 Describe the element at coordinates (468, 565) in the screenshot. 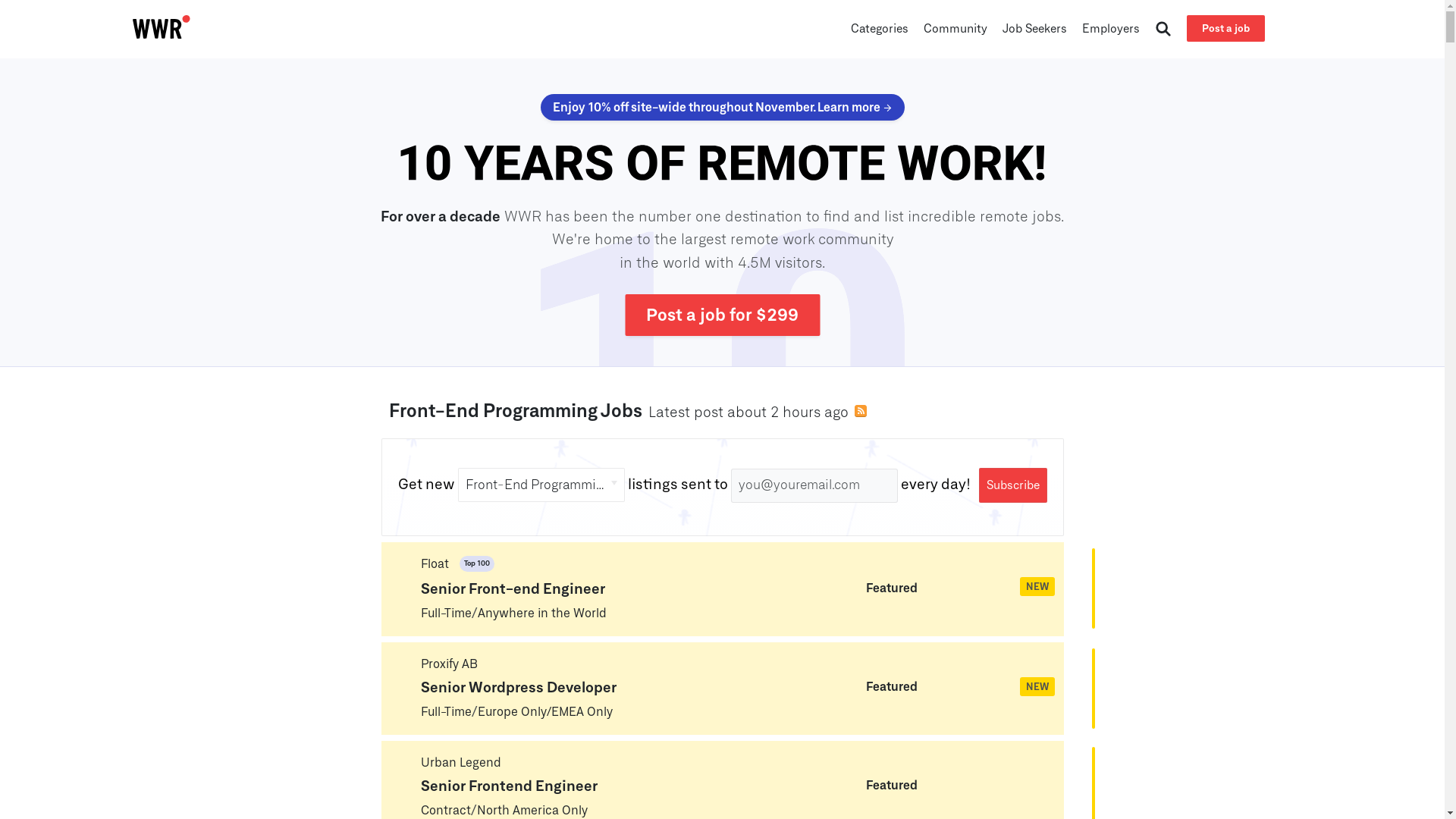

I see `'Top 100'` at that location.